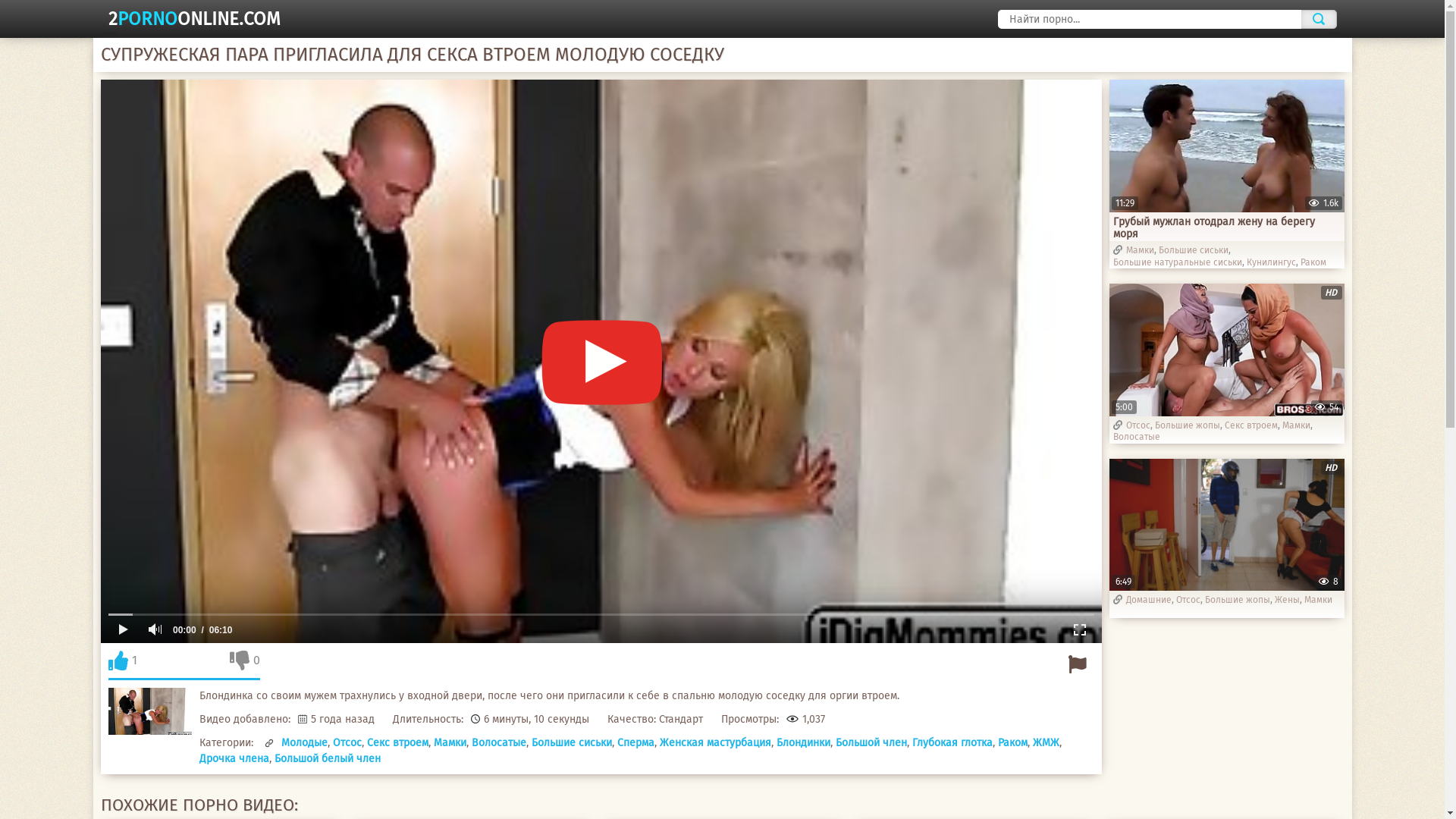 Image resolution: width=1456 pixels, height=819 pixels. Describe the element at coordinates (193, 18) in the screenshot. I see `'2PORNOONLINE.COM'` at that location.